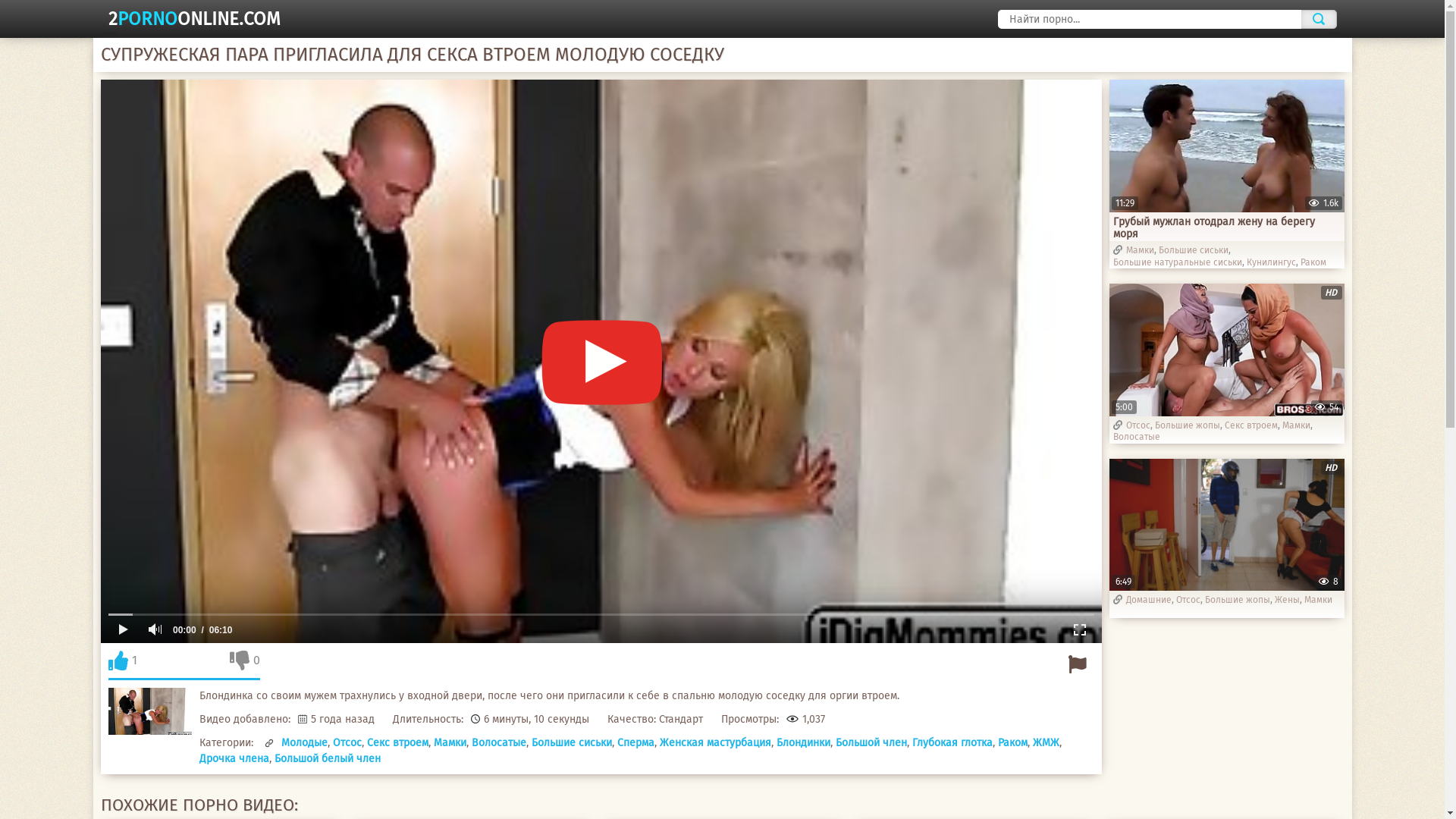 Image resolution: width=1456 pixels, height=819 pixels. Describe the element at coordinates (193, 18) in the screenshot. I see `'2PORNOONLINE.COM'` at that location.